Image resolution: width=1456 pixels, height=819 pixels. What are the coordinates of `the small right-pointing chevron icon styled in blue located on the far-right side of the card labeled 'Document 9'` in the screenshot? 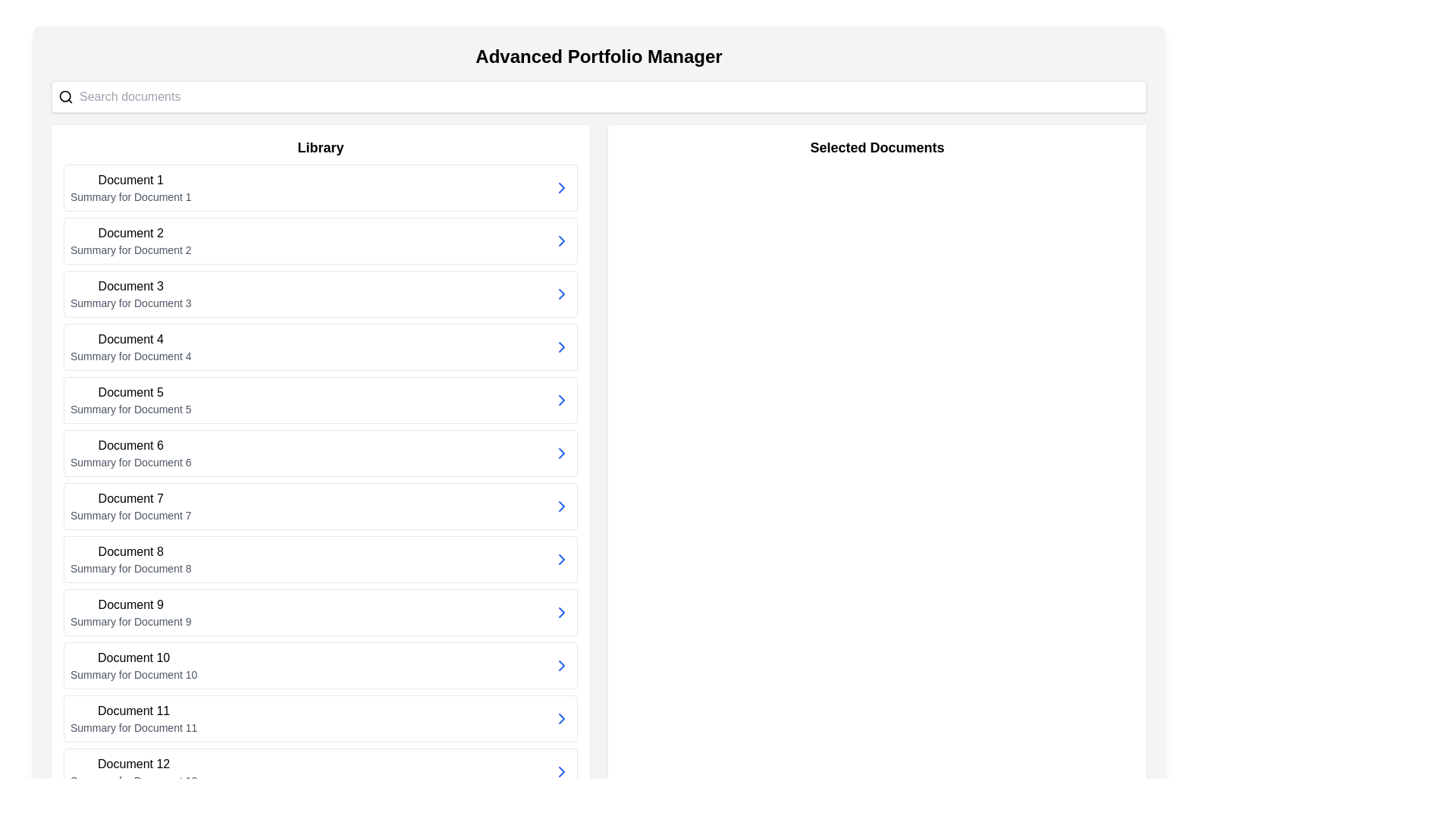 It's located at (560, 611).